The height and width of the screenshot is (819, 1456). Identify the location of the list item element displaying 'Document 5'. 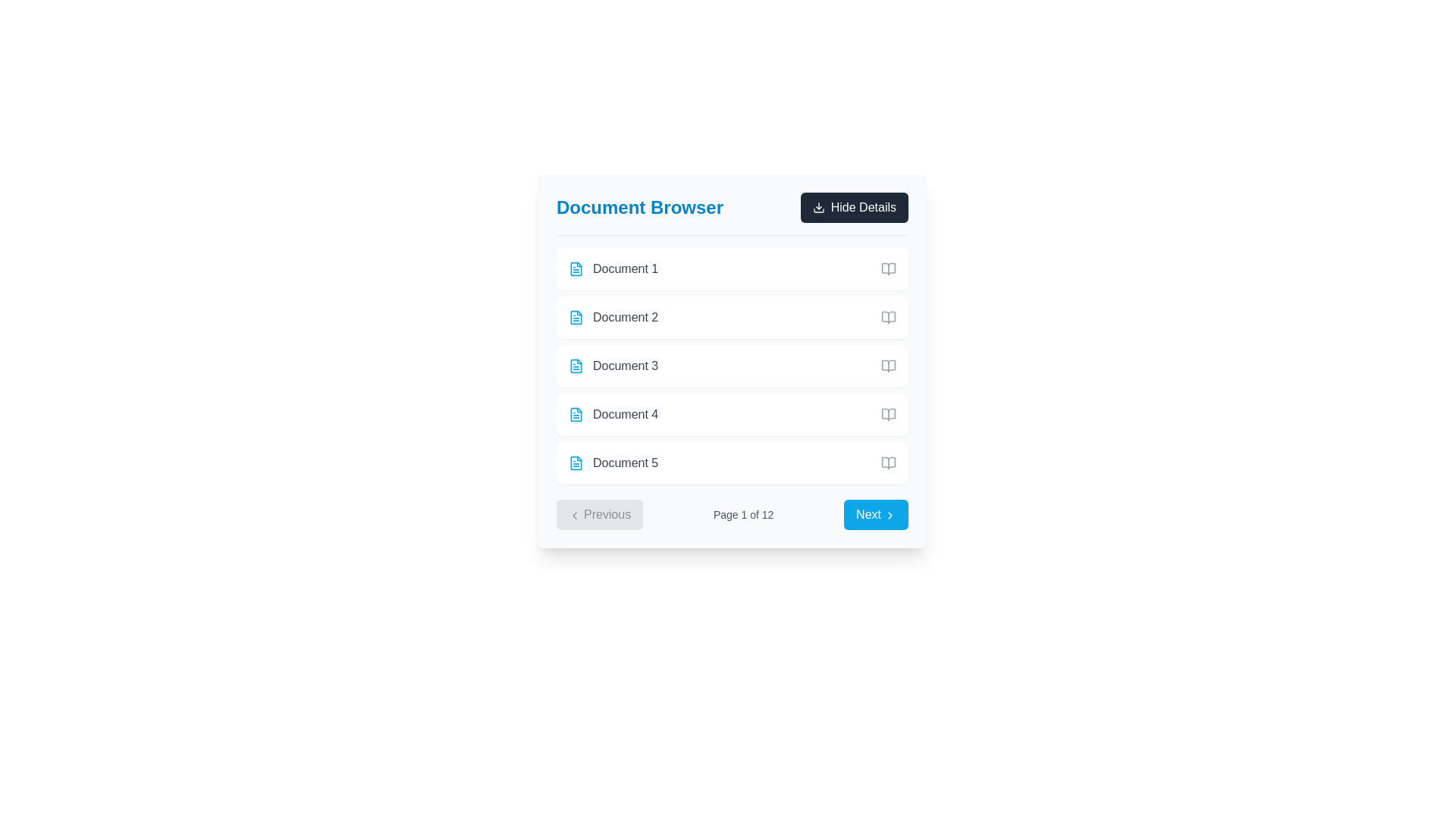
(613, 462).